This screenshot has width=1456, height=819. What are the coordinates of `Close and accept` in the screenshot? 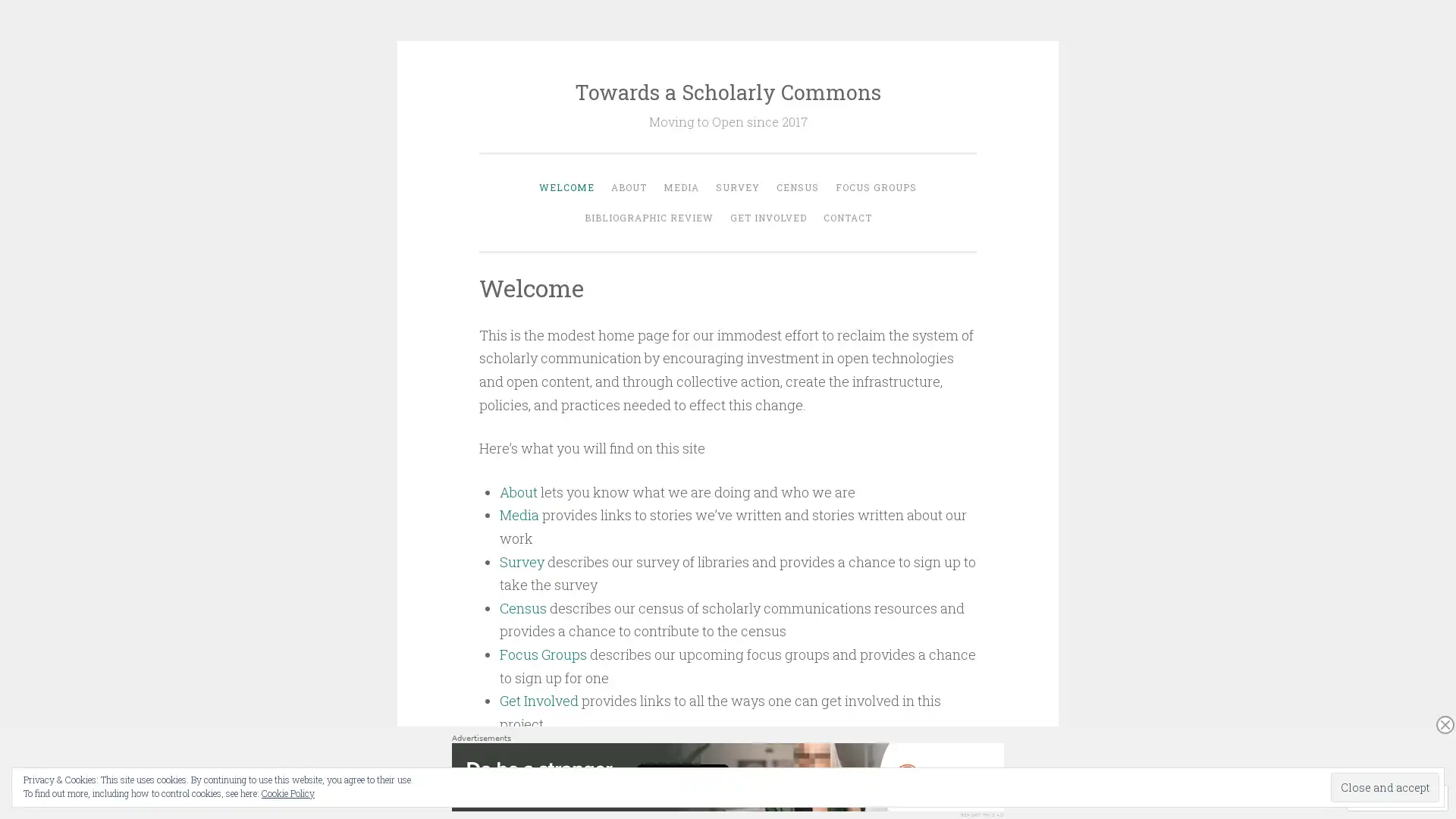 It's located at (1385, 786).